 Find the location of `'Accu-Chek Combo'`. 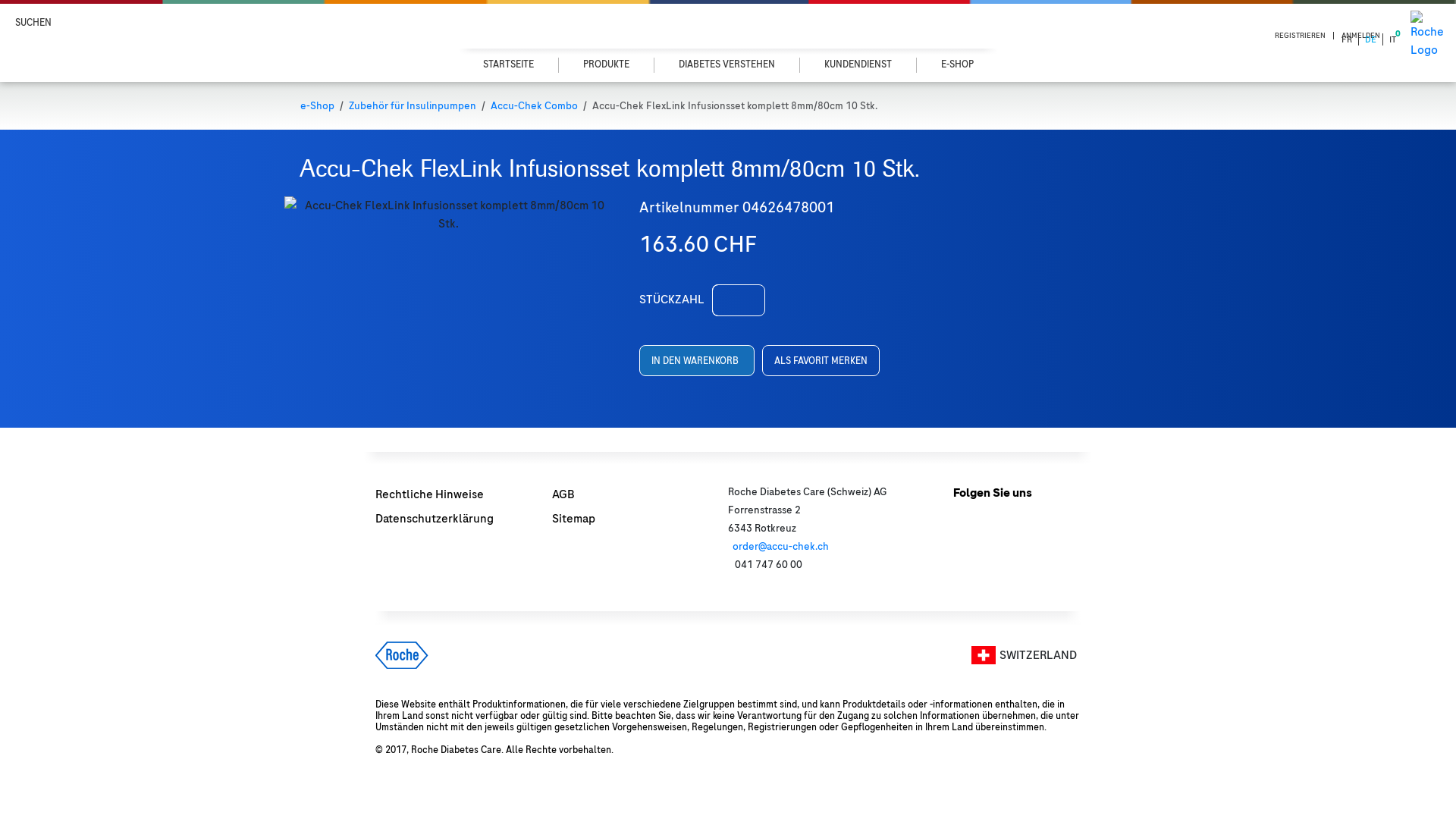

'Accu-Chek Combo' is located at coordinates (491, 105).